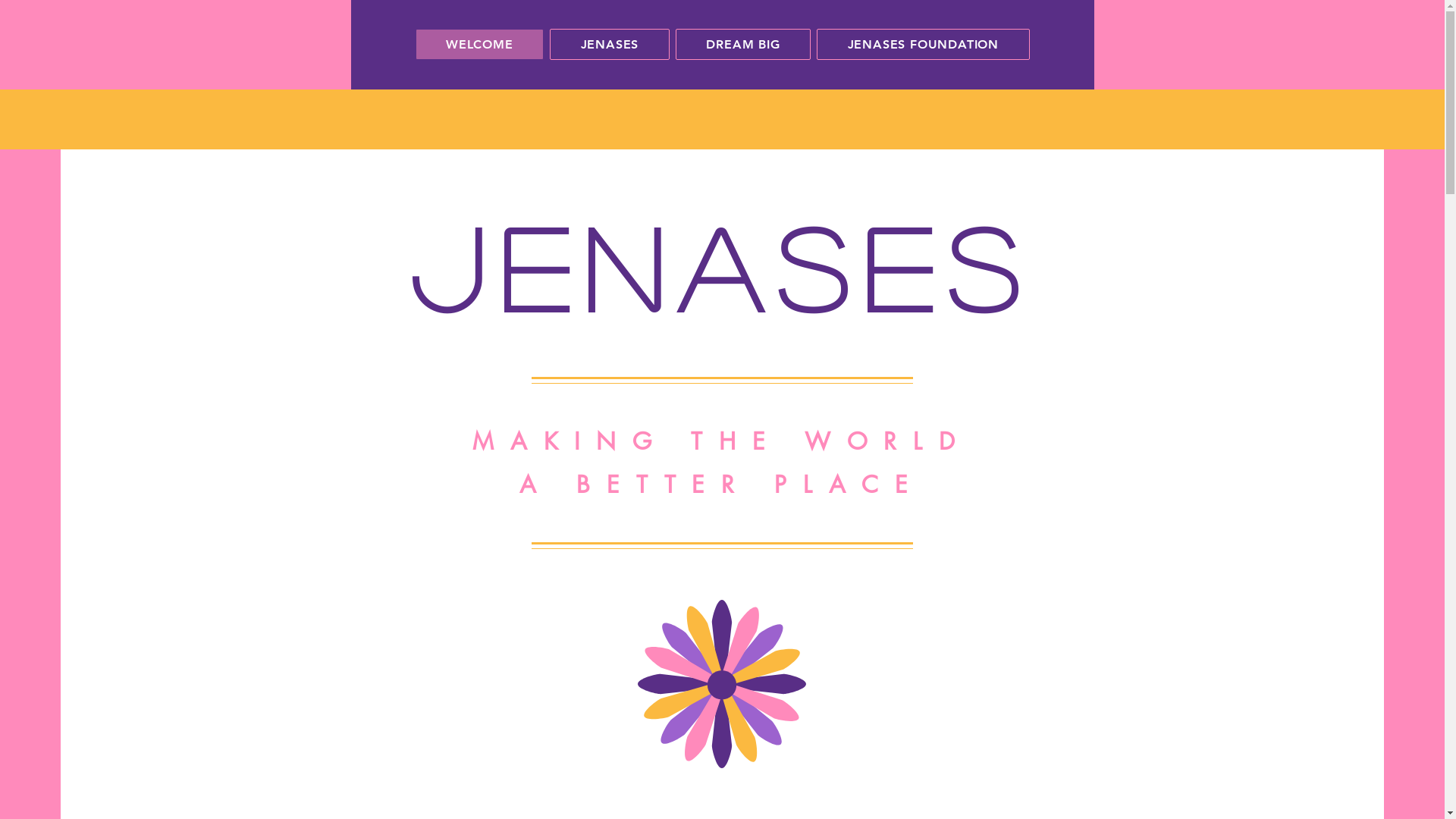 The width and height of the screenshot is (1456, 819). What do you see at coordinates (922, 43) in the screenshot?
I see `'JENASES FOUNDATION'` at bounding box center [922, 43].